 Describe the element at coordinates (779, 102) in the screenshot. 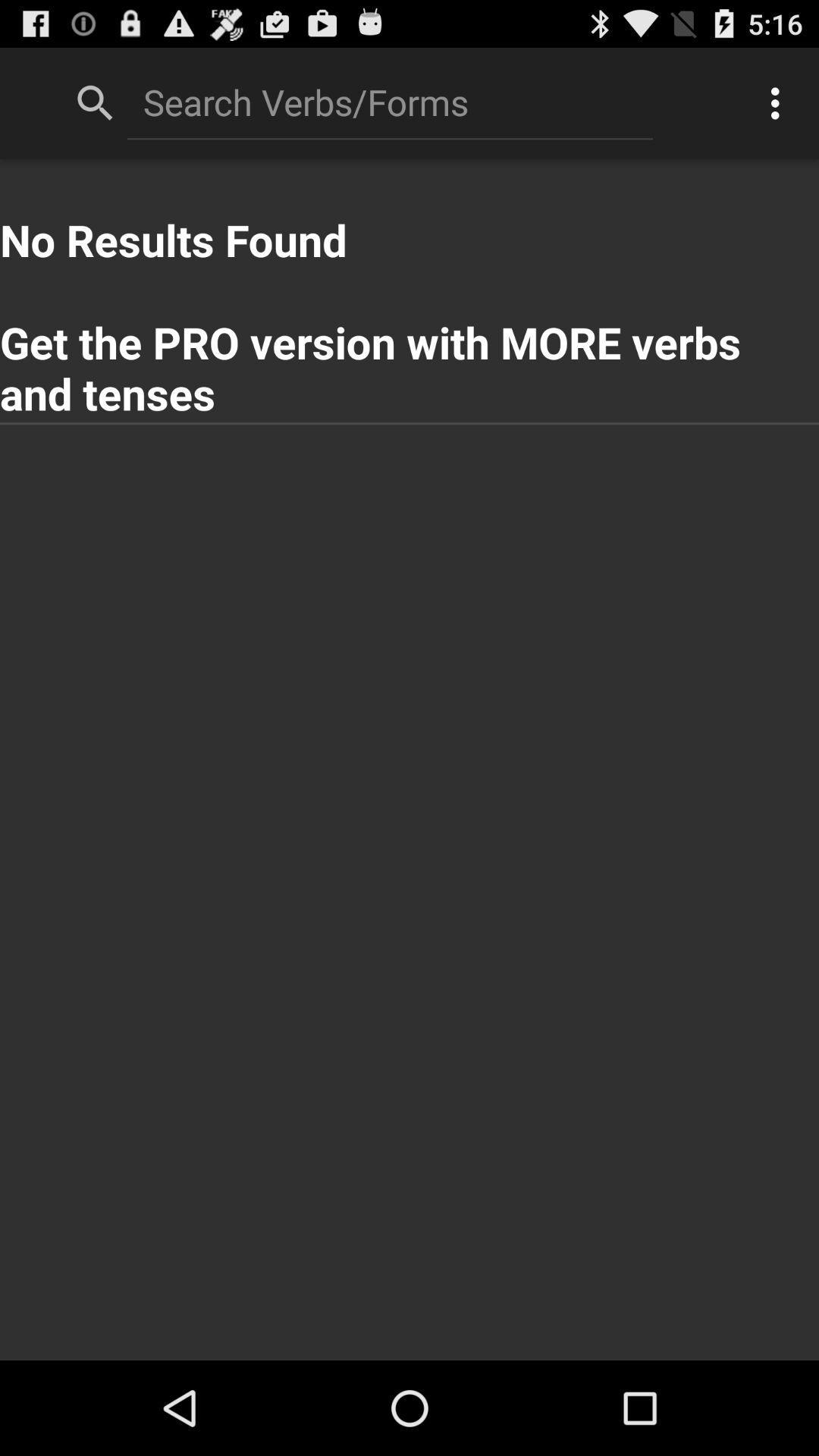

I see `app above no results found icon` at that location.